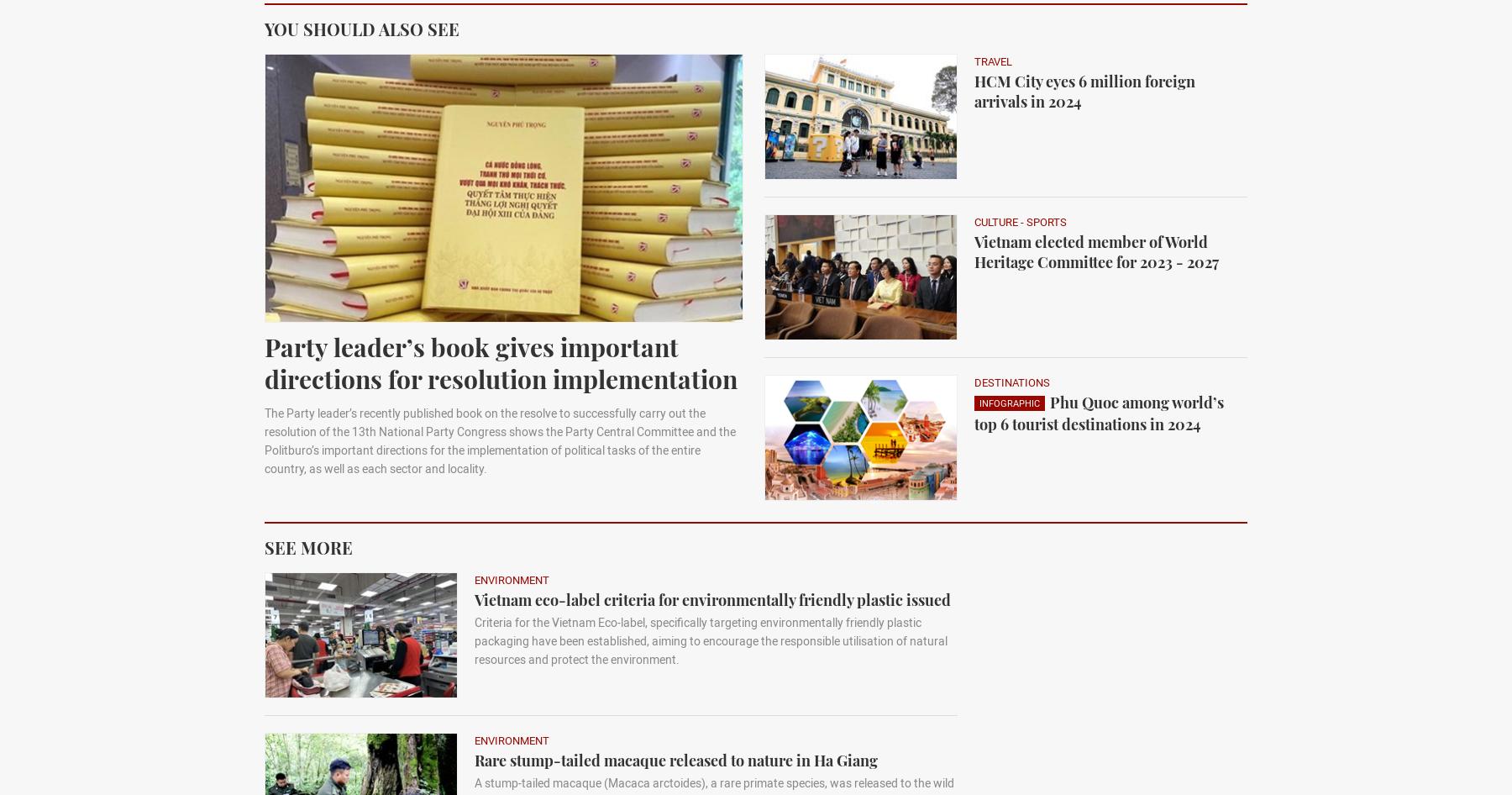  I want to click on 'You should also see', so click(361, 28).